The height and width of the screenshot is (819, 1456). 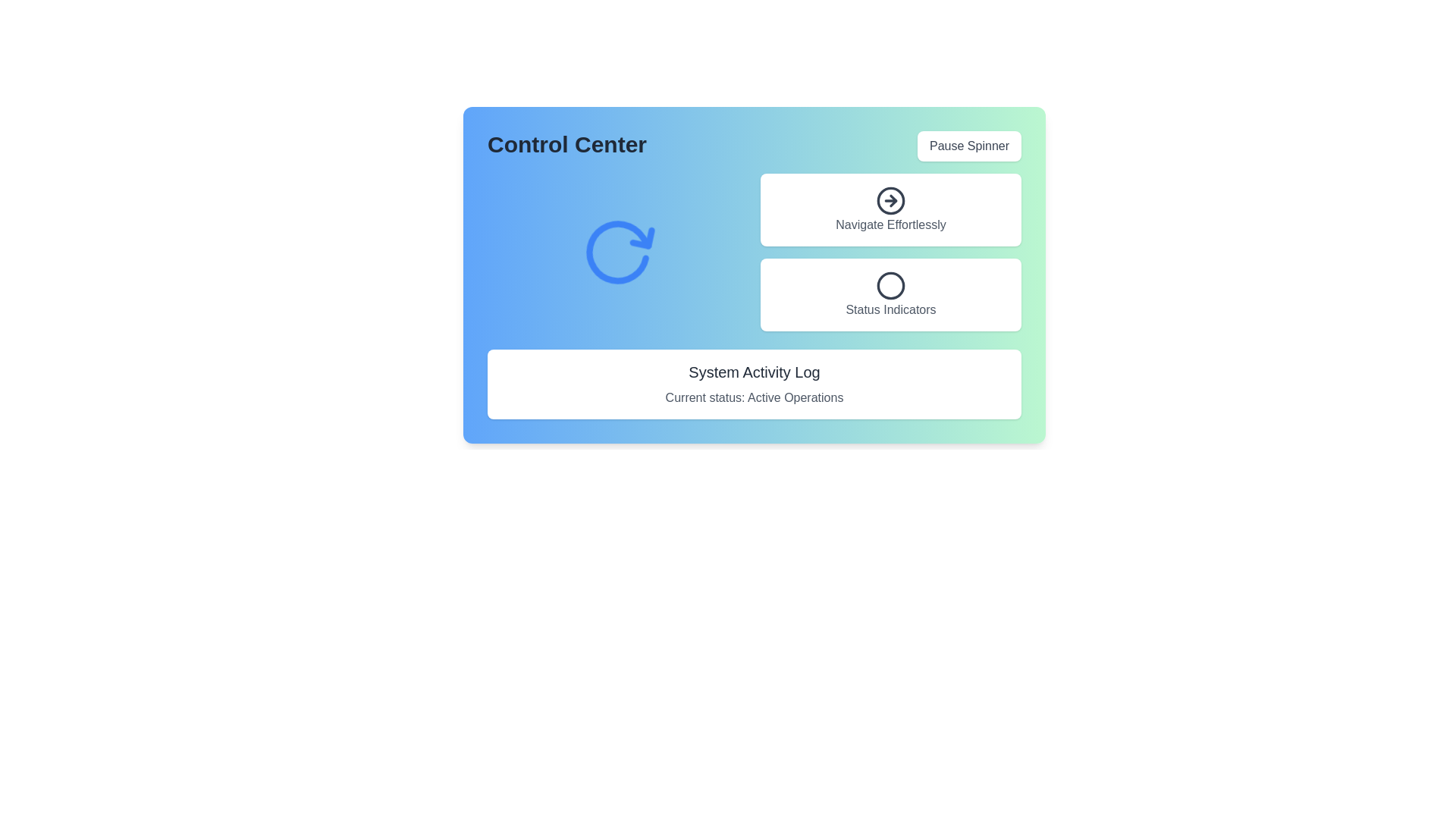 What do you see at coordinates (891, 251) in the screenshot?
I see `the bottom icon within the composite UI element containing navigation and status features to check the status` at bounding box center [891, 251].